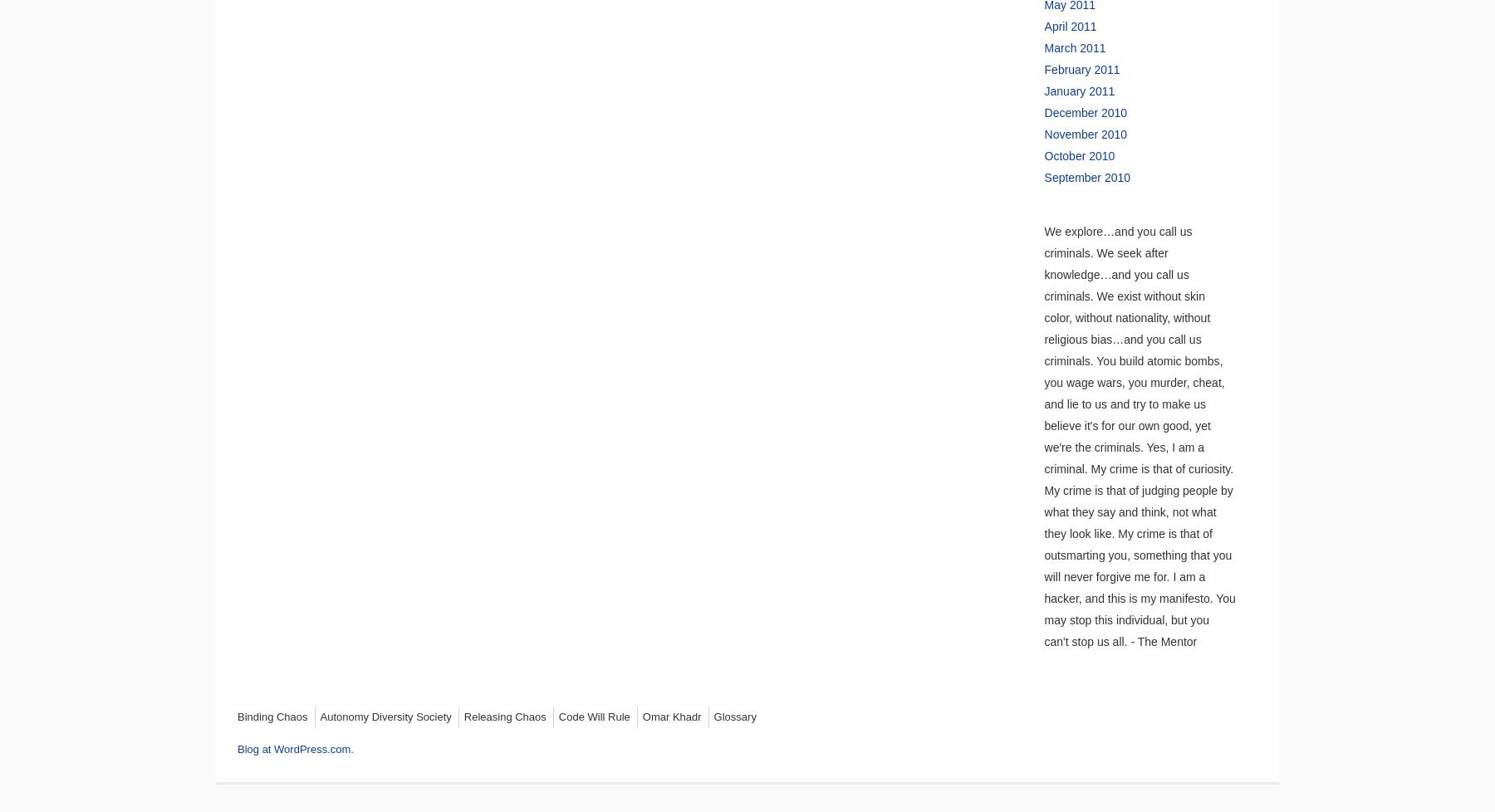  I want to click on 'Menu', so click(292, 726).